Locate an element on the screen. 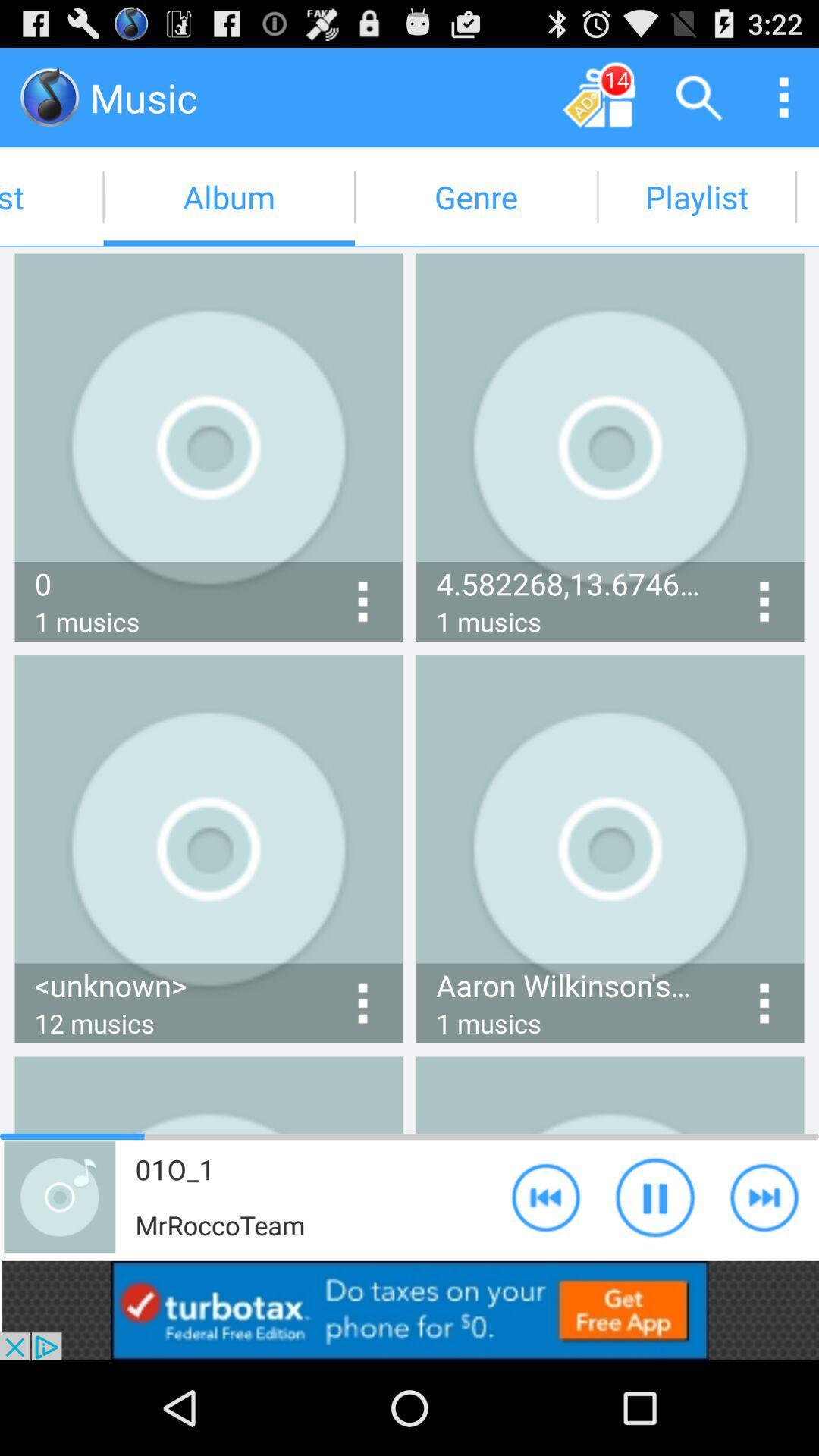 This screenshot has height=1456, width=819. the search icon is located at coordinates (699, 103).